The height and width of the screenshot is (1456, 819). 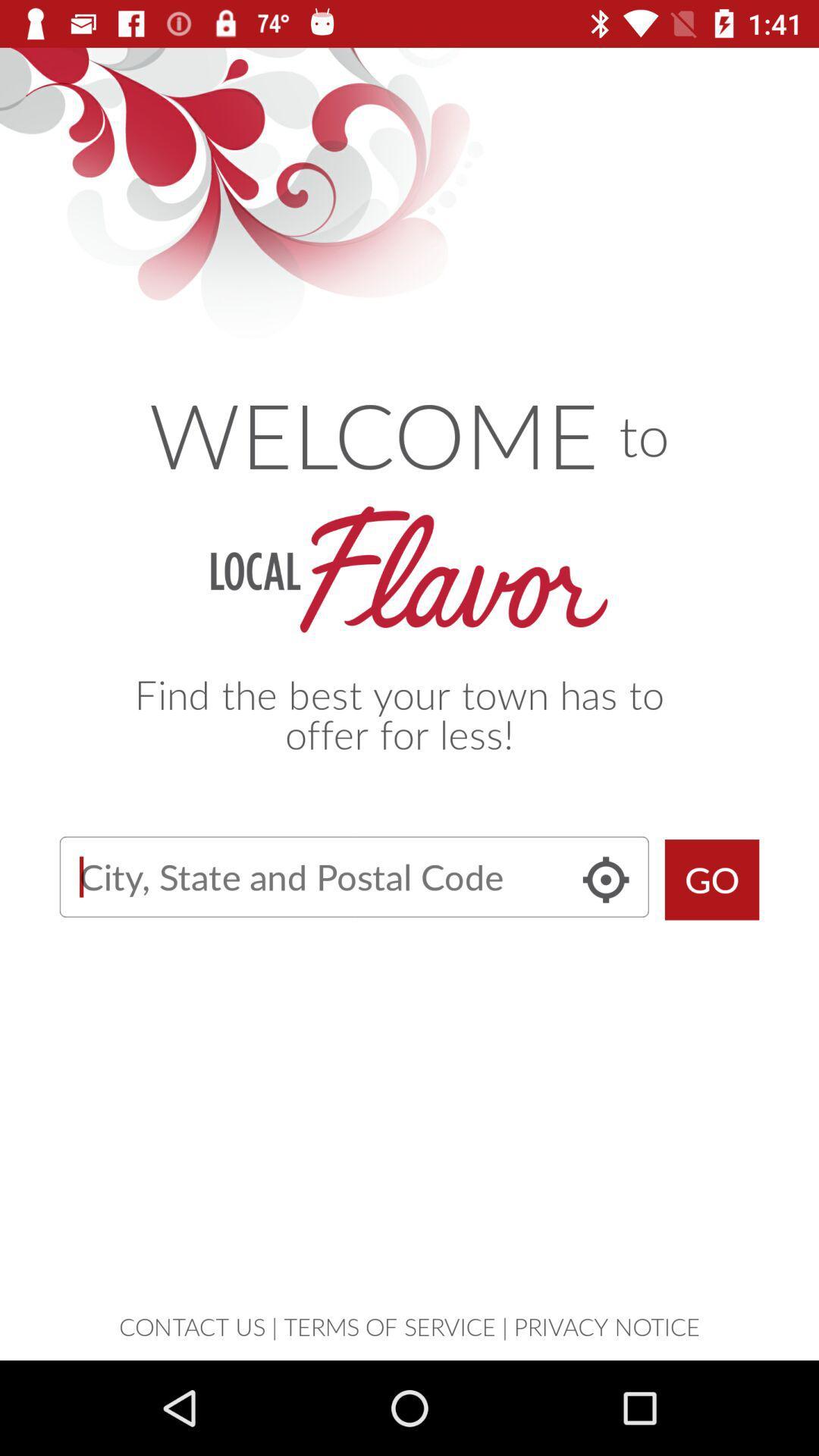 I want to click on location input box, so click(x=354, y=877).